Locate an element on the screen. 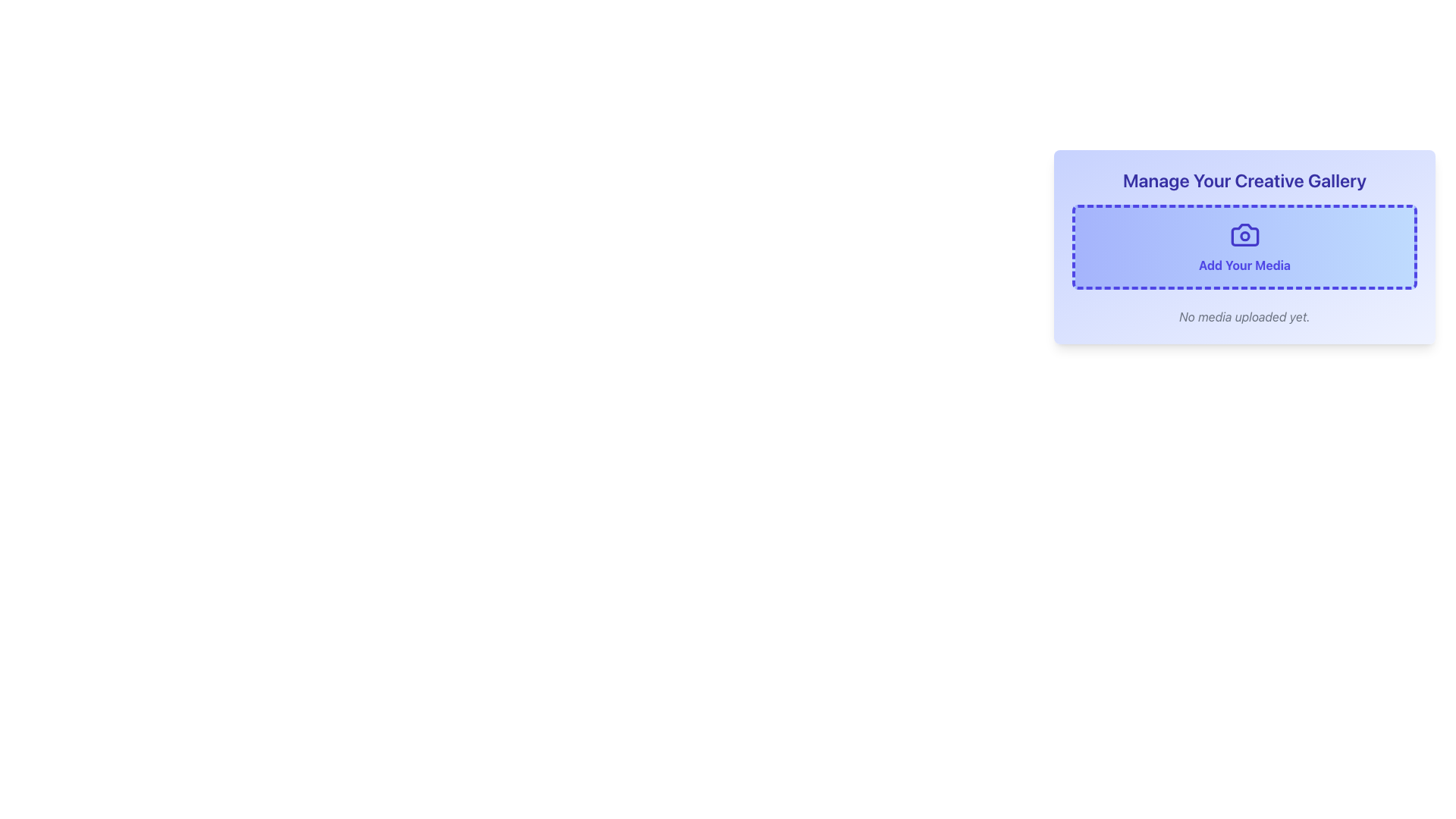 The image size is (1456, 819). the concentric circle inside the camera-shaped icon in the 'Manage Your Creative Gallery' section is located at coordinates (1244, 236).